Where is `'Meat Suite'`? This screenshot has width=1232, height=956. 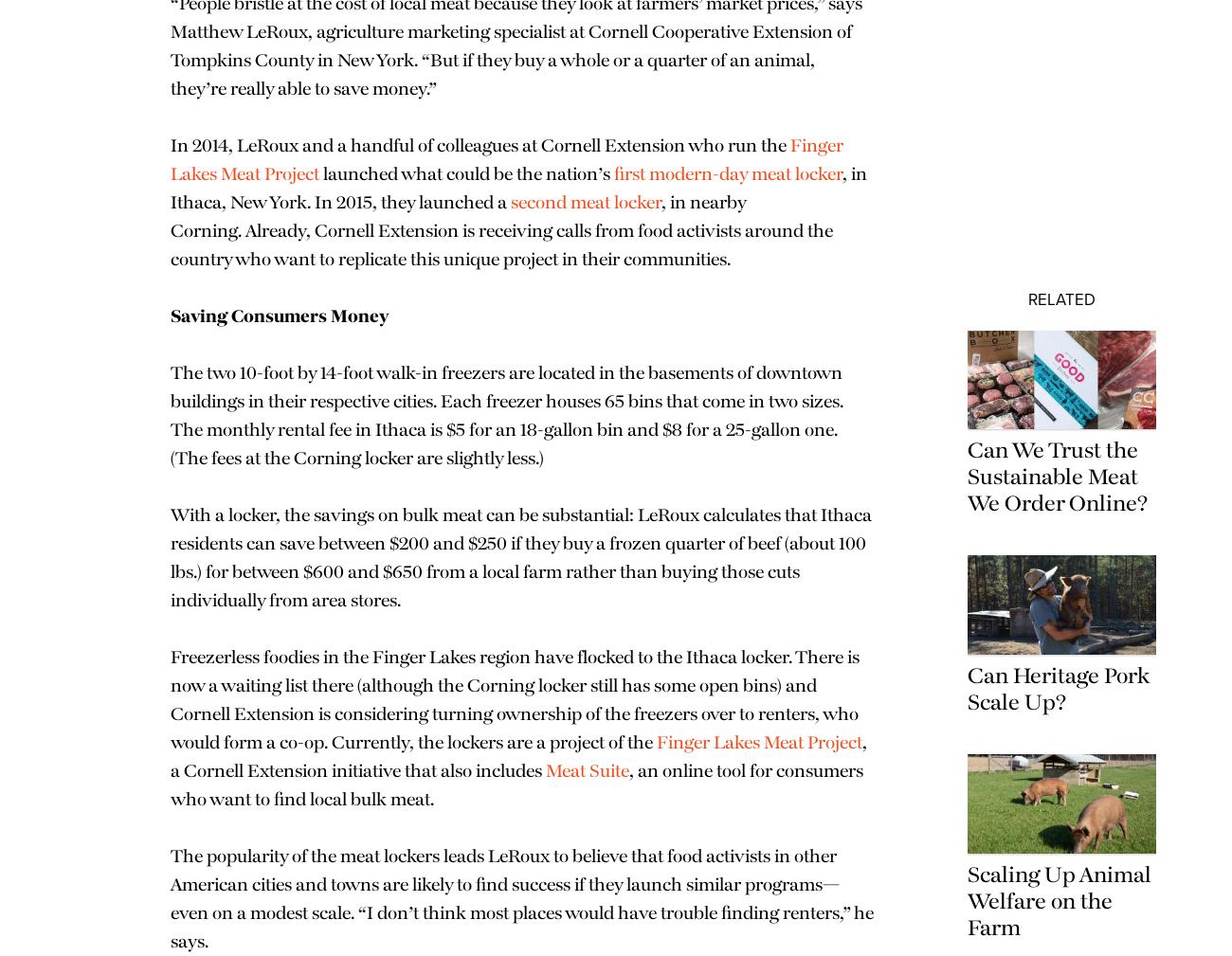 'Meat Suite' is located at coordinates (545, 828).